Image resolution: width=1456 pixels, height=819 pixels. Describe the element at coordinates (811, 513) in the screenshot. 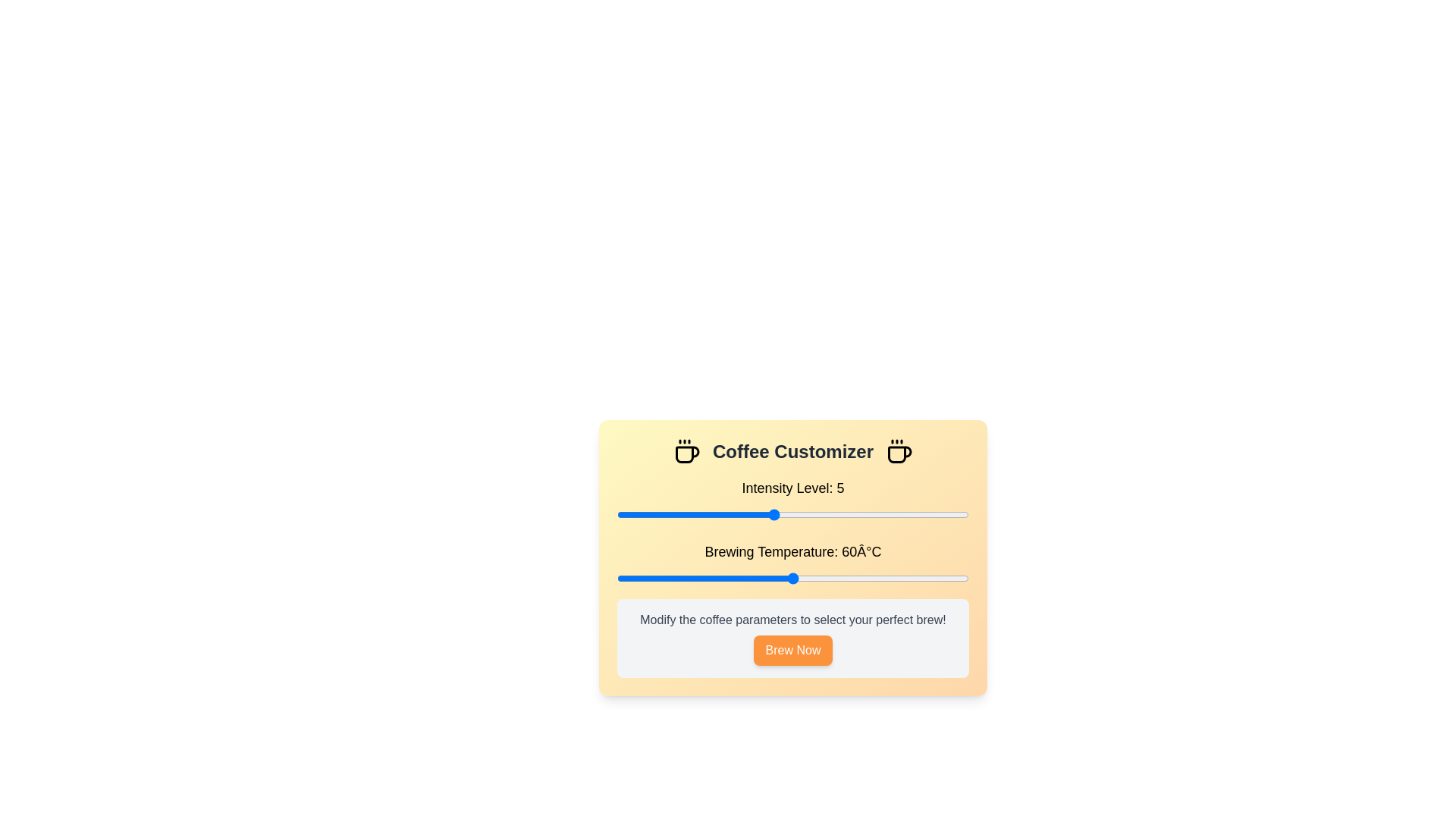

I see `the coffee intensity level to 6 by interacting with the slider` at that location.